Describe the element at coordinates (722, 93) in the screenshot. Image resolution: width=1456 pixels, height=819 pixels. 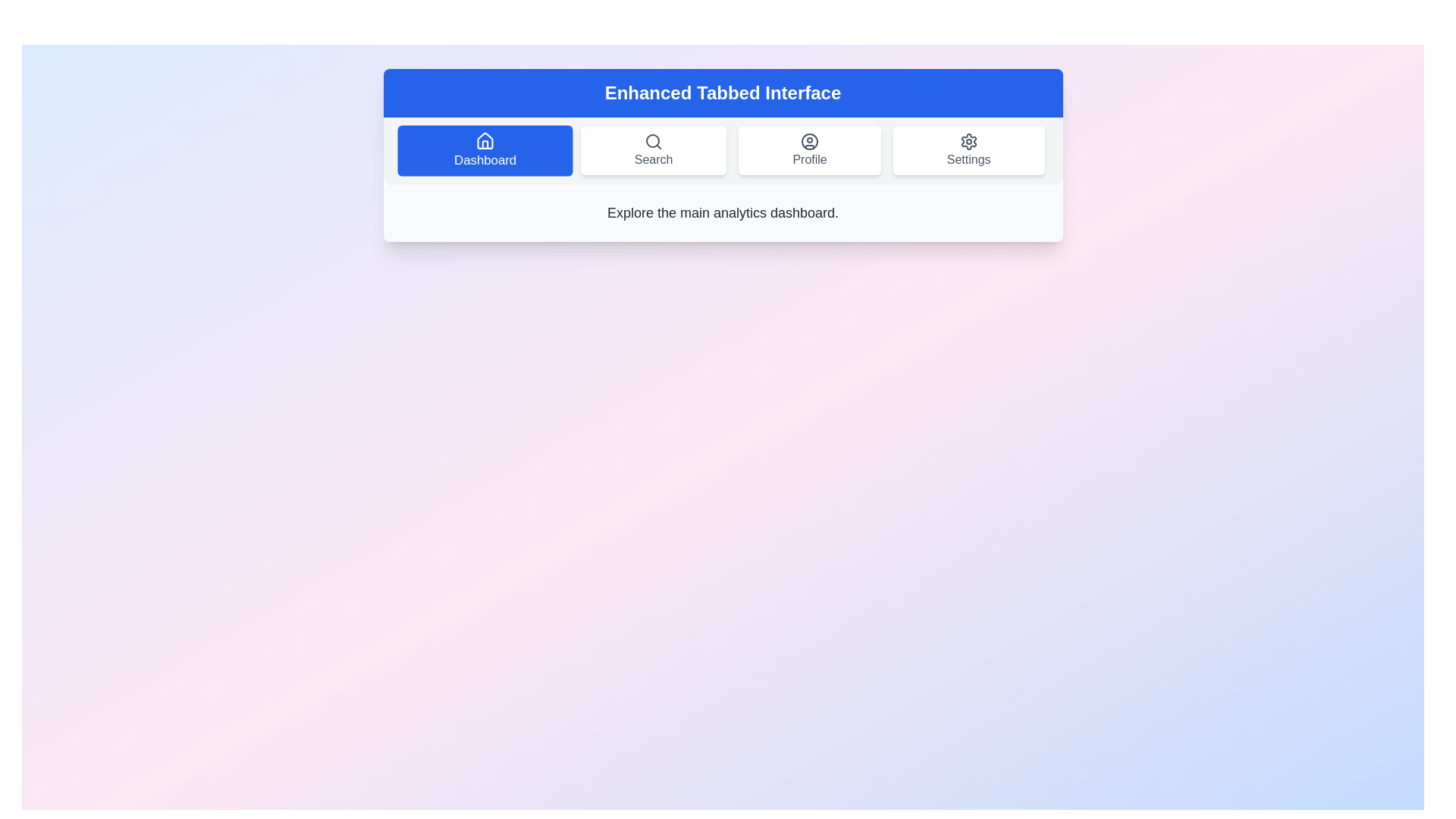
I see `the static Text Header labeled 'Enhanced Tabbed Interface', which serves as the visual header for the panel containing navigational tabs` at that location.